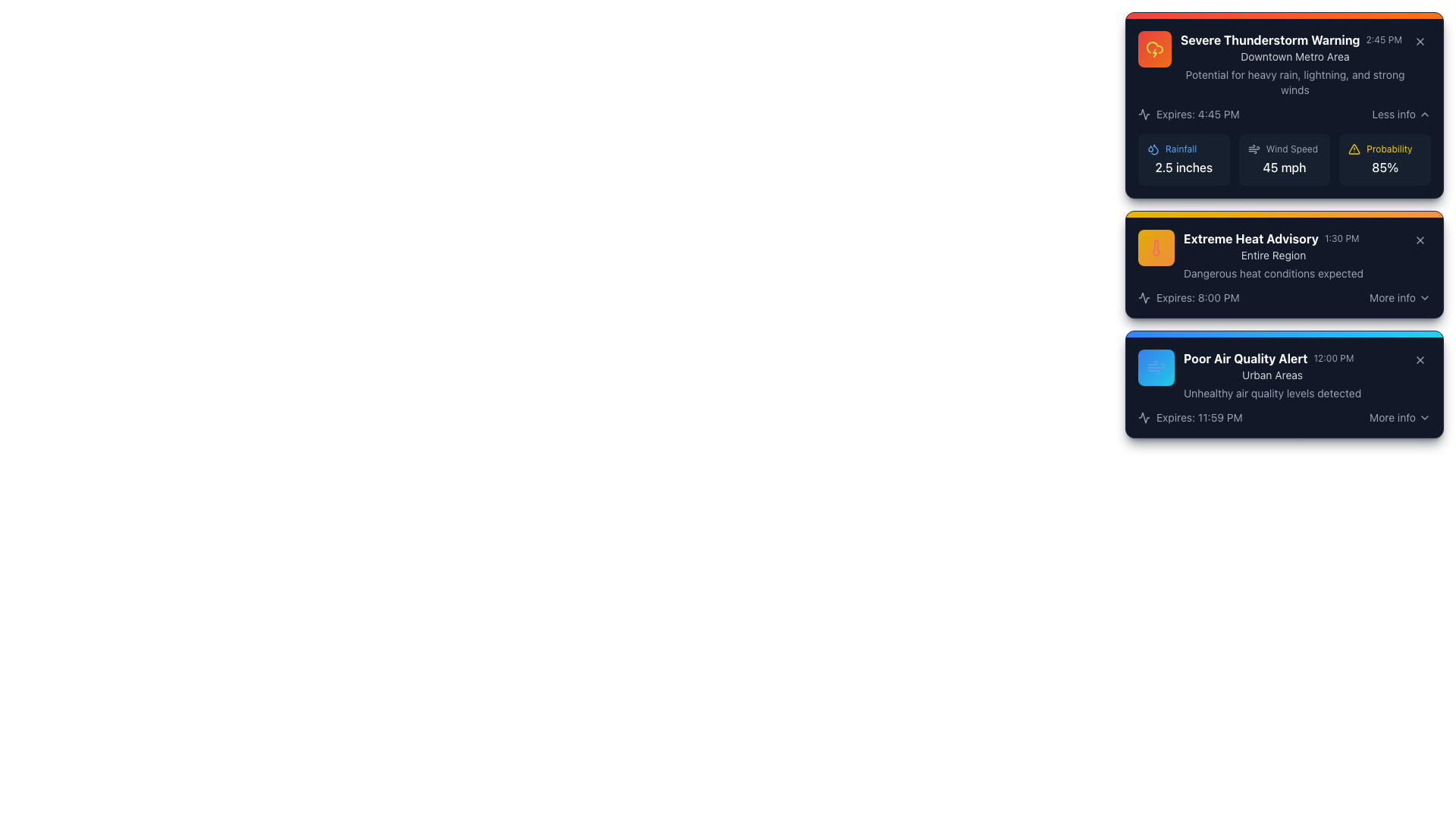  What do you see at coordinates (1254, 149) in the screenshot?
I see `the streamlined wind patterns icon located to the left of the 'Wind Speed' label within the 'Severe Thunderstorm Warning' card` at bounding box center [1254, 149].